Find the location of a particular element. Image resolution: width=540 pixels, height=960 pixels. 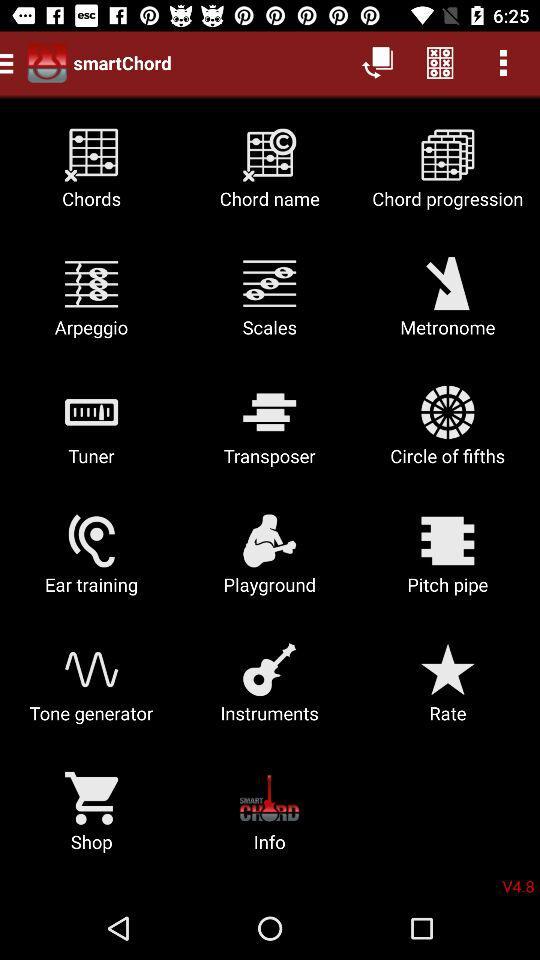

playground icon is located at coordinates (269, 561).